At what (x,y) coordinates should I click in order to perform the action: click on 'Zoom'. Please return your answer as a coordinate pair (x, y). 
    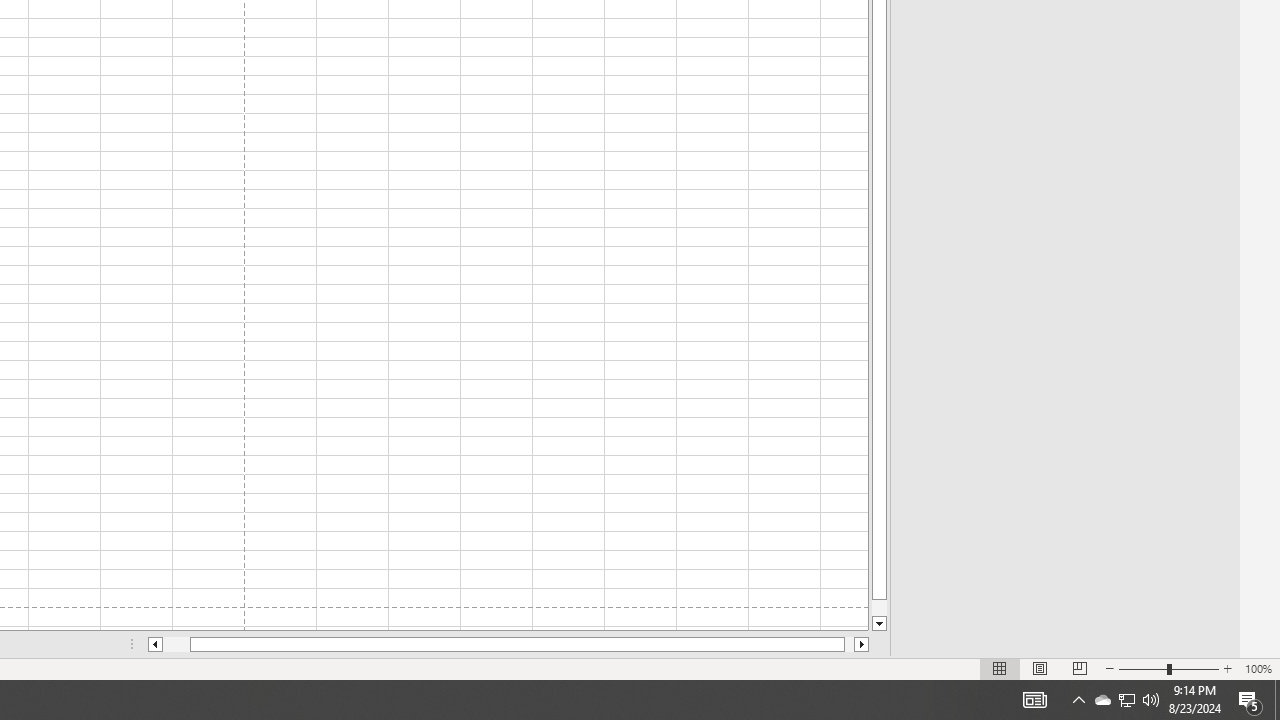
    Looking at the image, I should click on (1168, 669).